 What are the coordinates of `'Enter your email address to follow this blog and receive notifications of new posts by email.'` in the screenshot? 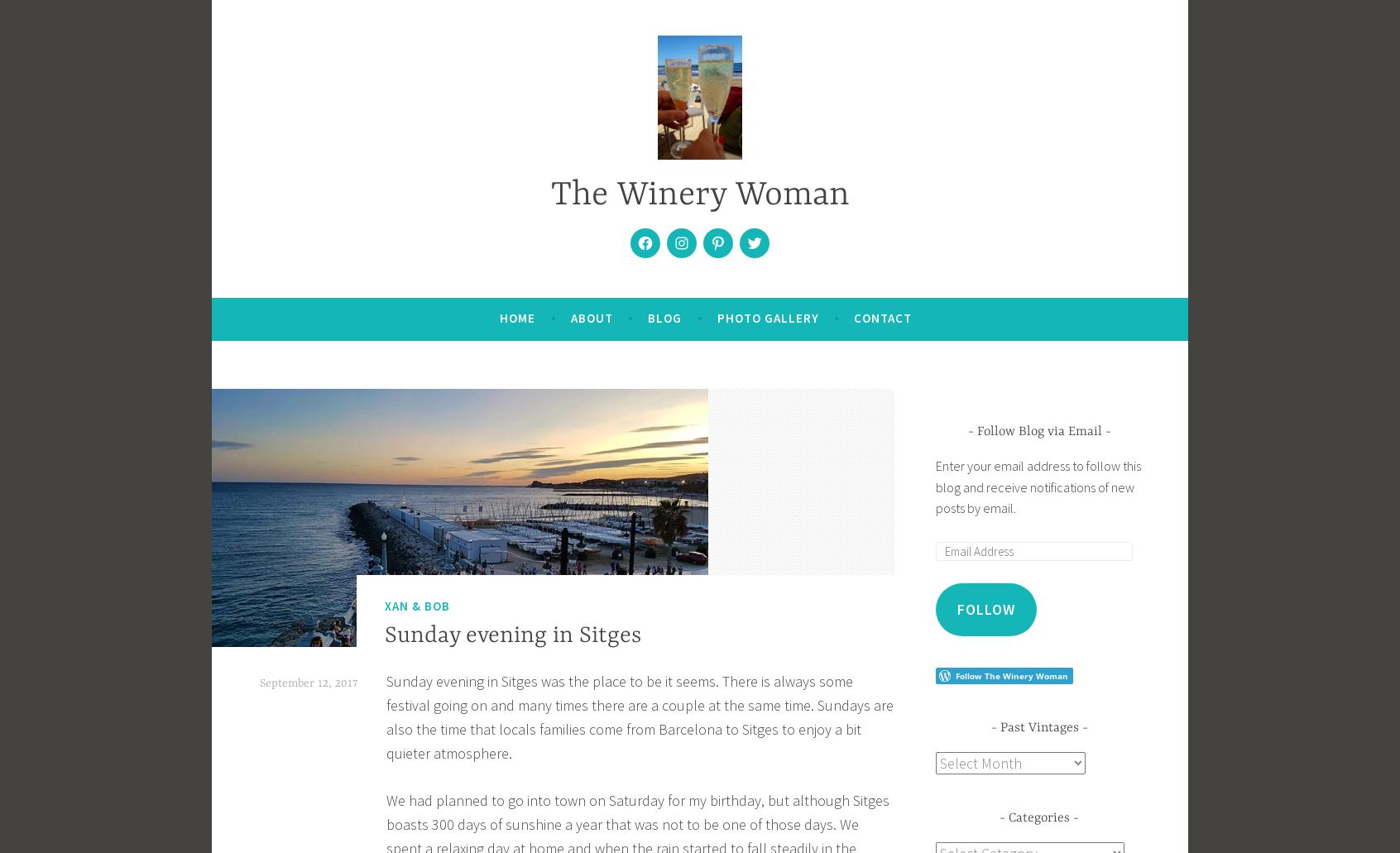 It's located at (1038, 486).